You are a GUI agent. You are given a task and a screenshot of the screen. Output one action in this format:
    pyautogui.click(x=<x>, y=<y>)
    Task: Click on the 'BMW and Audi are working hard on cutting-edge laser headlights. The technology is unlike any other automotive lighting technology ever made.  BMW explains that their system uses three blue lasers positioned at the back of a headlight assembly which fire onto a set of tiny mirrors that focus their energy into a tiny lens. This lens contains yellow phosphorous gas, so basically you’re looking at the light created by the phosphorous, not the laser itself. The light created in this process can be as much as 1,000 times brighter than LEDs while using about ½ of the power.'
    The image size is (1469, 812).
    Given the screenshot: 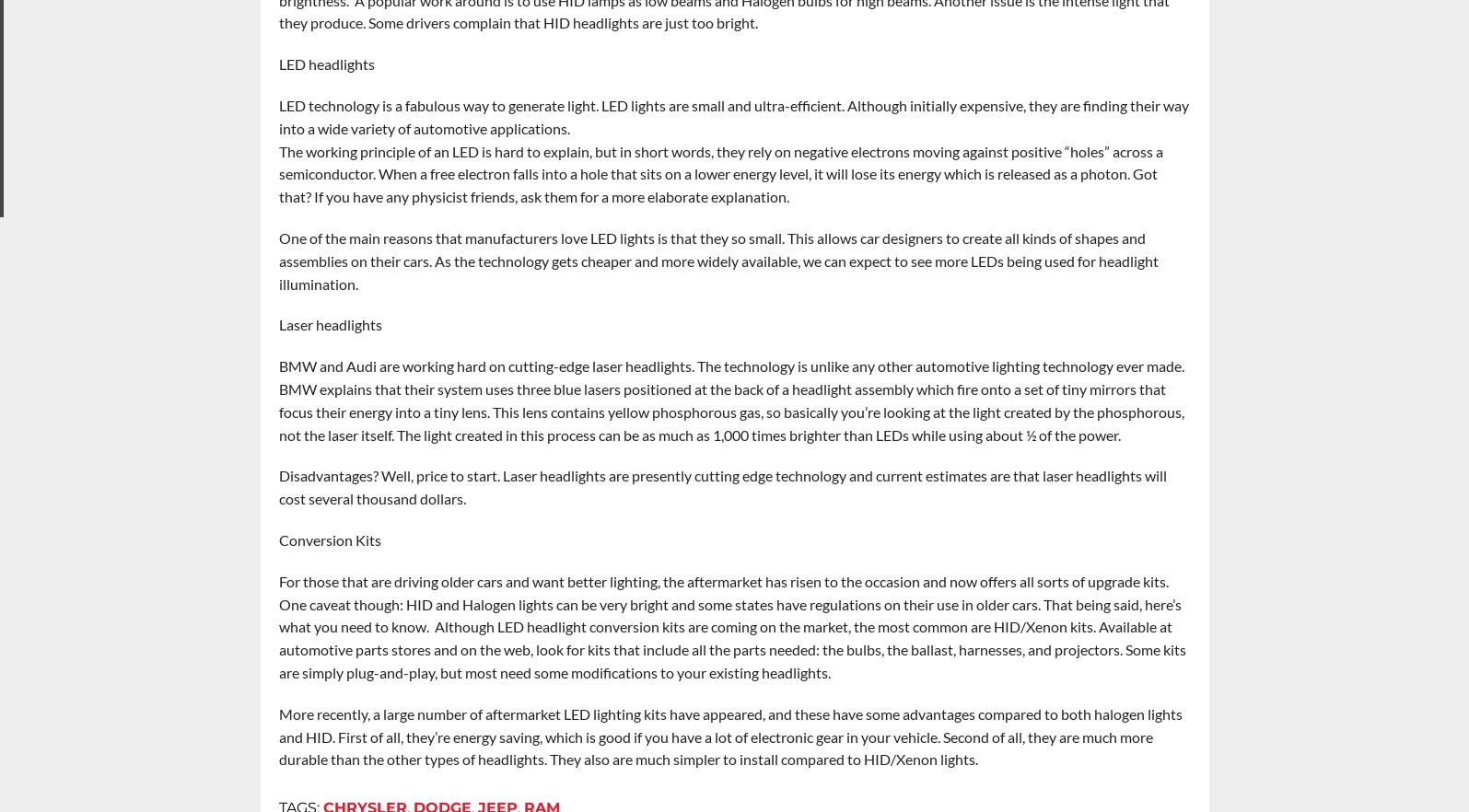 What is the action you would take?
    pyautogui.click(x=731, y=399)
    